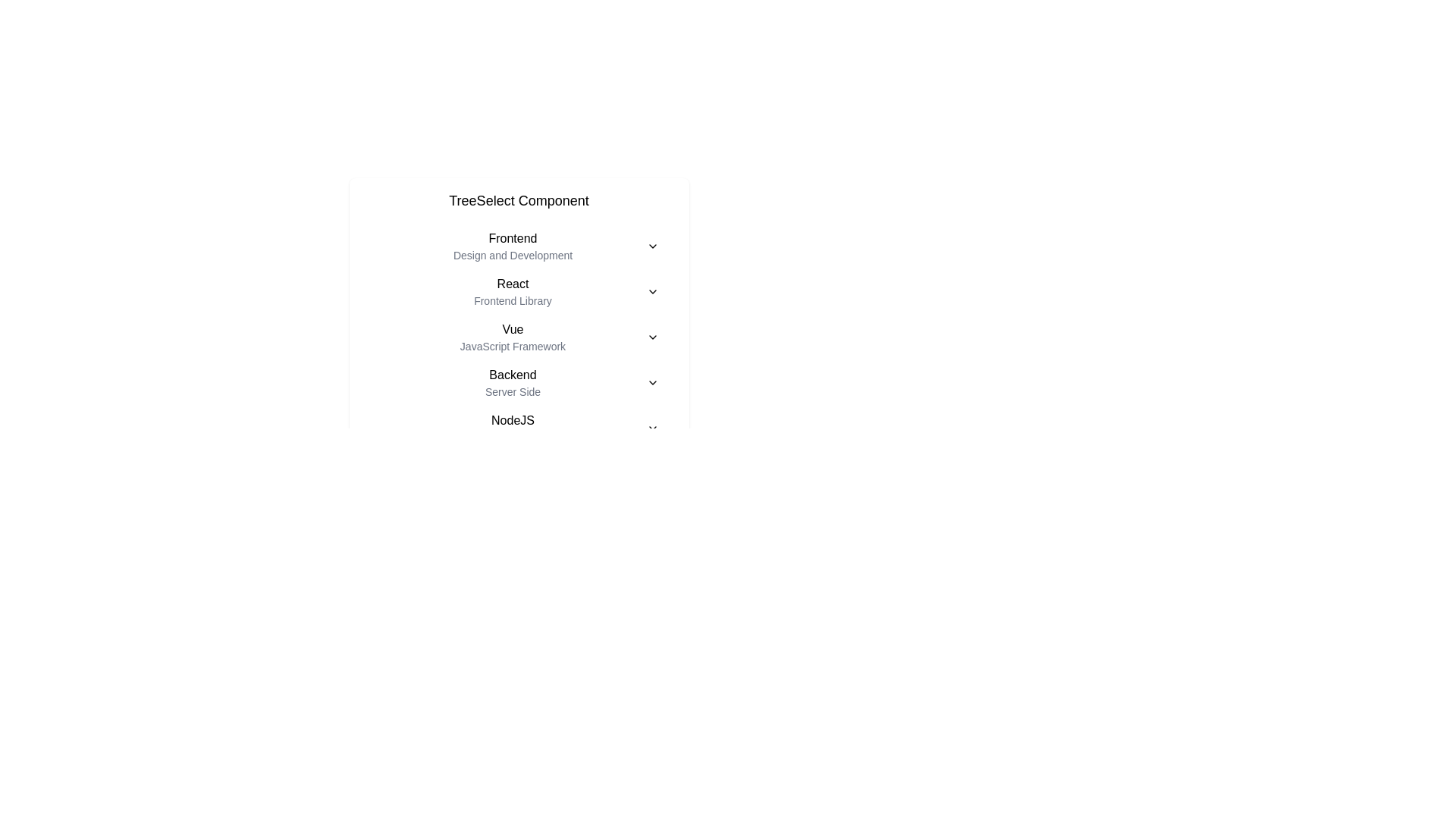 The height and width of the screenshot is (819, 1456). I want to click on the dropdown menu item related to the 'Vue JavaScript Framework' for keyboard navigation, so click(519, 336).